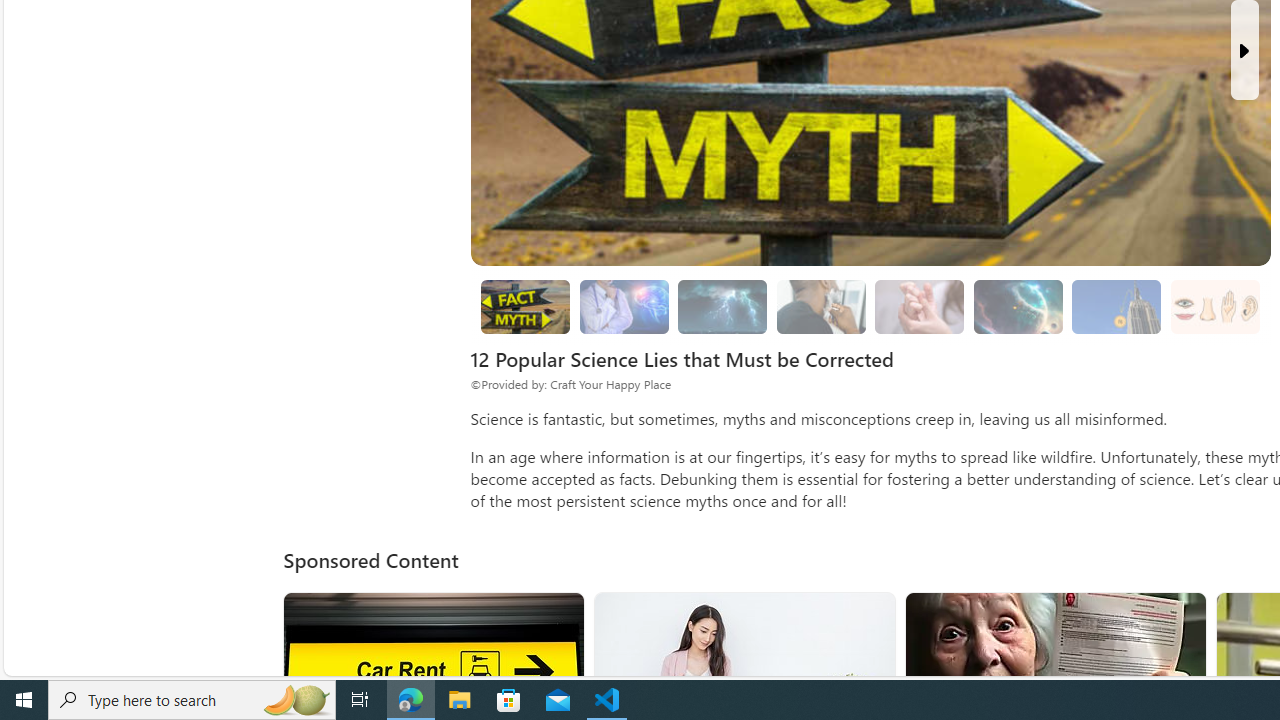  I want to click on 'Space Myths', so click(1017, 307).